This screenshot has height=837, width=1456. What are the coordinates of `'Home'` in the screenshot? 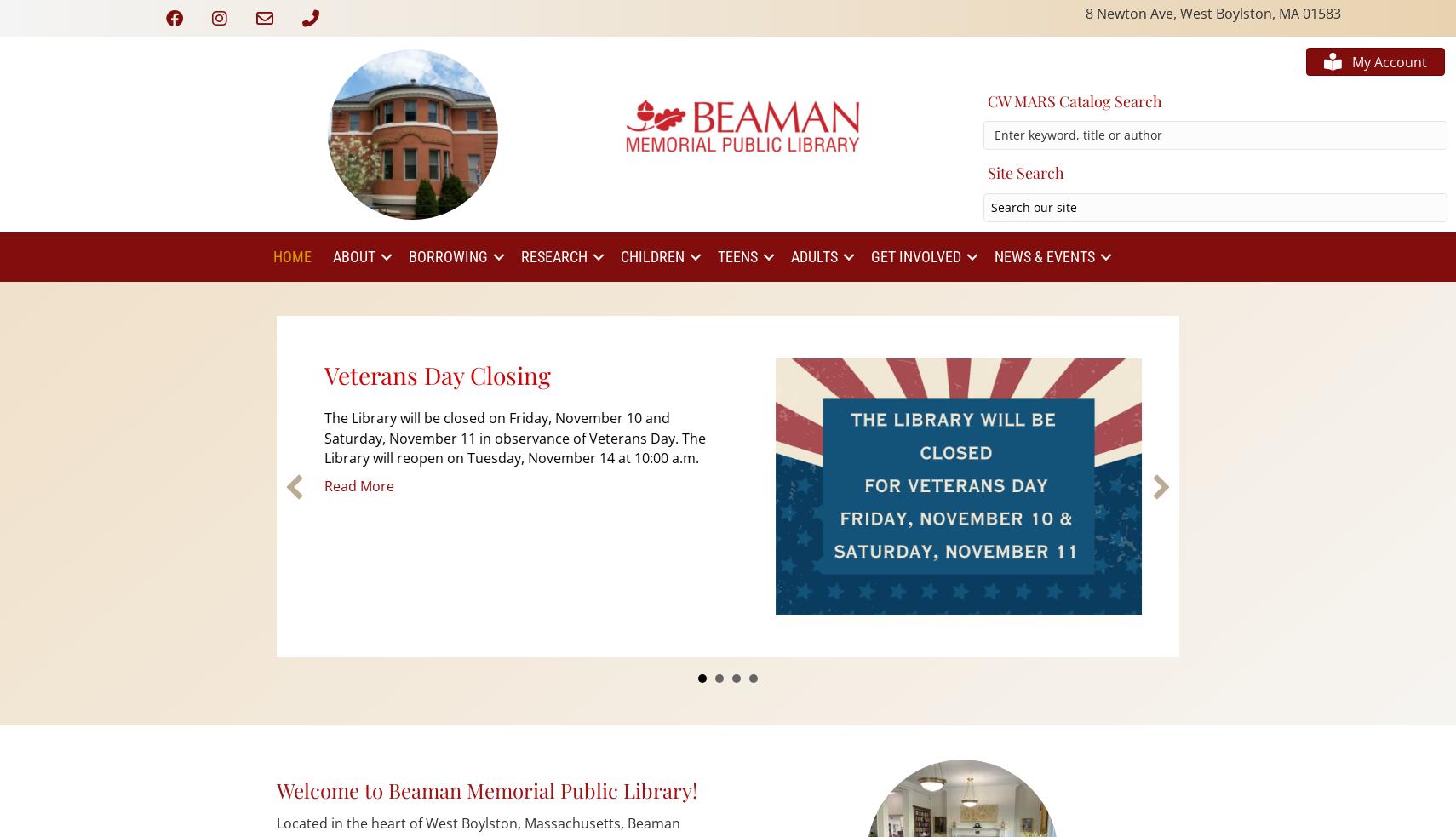 It's located at (291, 256).